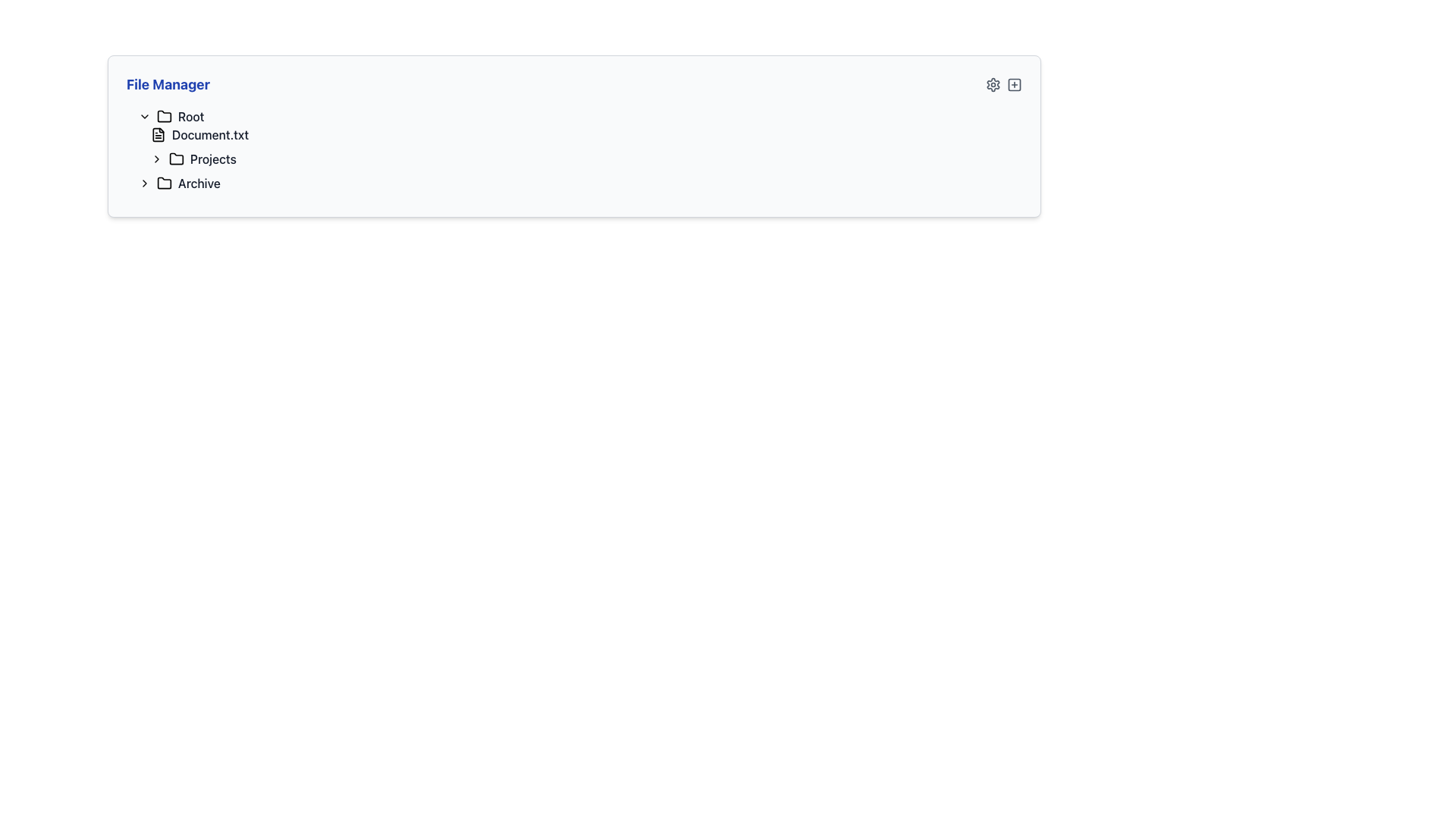 This screenshot has height=819, width=1456. Describe the element at coordinates (164, 116) in the screenshot. I see `the folder icon representing the 'Root' directory in the file structure` at that location.